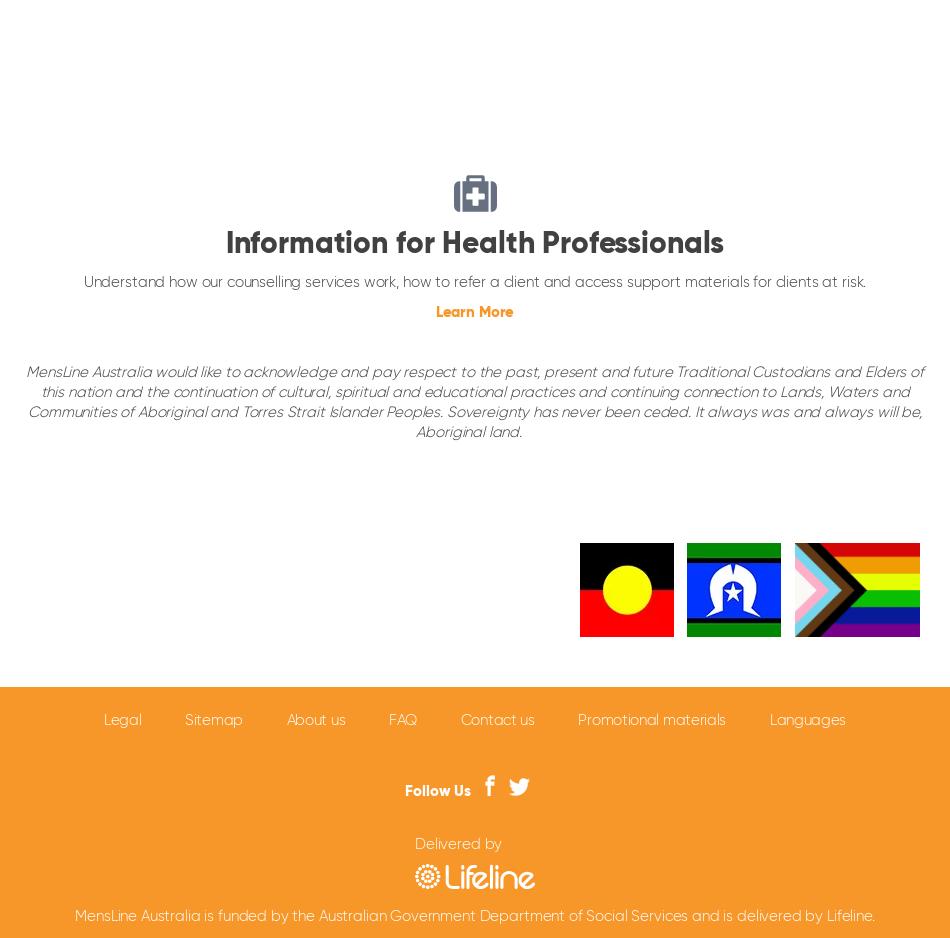 The width and height of the screenshot is (950, 938). What do you see at coordinates (473, 282) in the screenshot?
I see `'Understand how our counselling services work, how to refer a client and access support materials for clients at risk.'` at bounding box center [473, 282].